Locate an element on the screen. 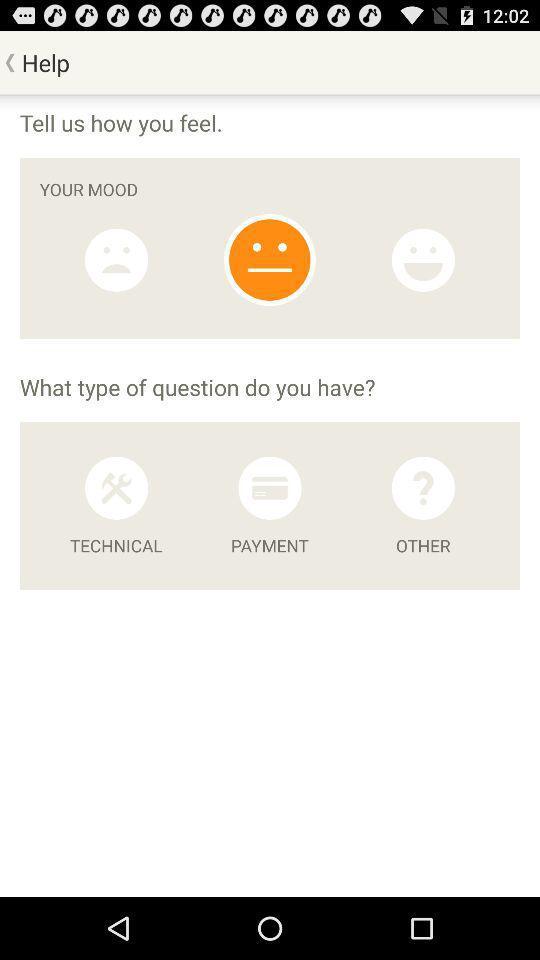  the help icon is located at coordinates (422, 521).